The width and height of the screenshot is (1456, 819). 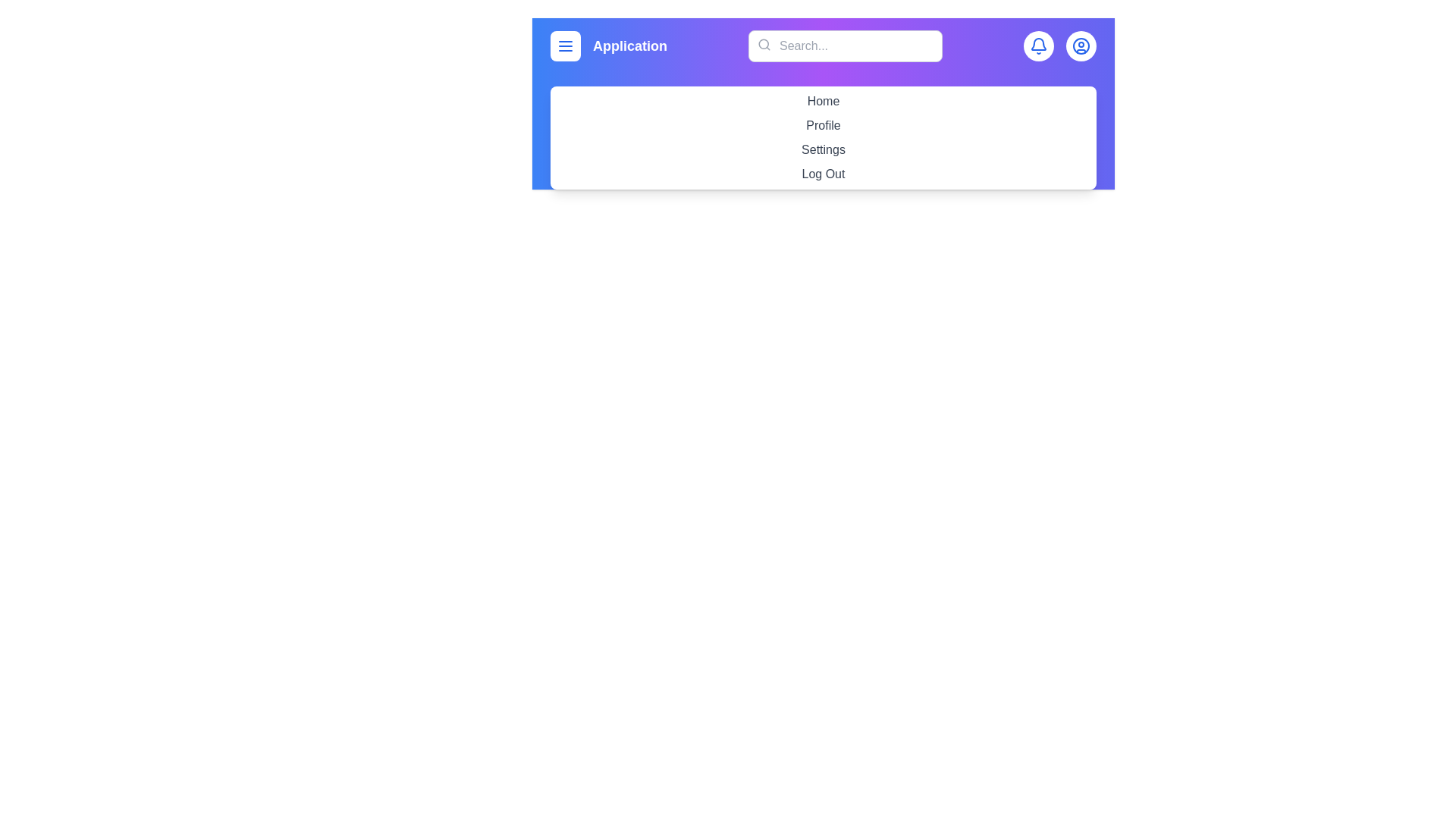 I want to click on the menu icon to toggle the menu visibility, so click(x=564, y=45).